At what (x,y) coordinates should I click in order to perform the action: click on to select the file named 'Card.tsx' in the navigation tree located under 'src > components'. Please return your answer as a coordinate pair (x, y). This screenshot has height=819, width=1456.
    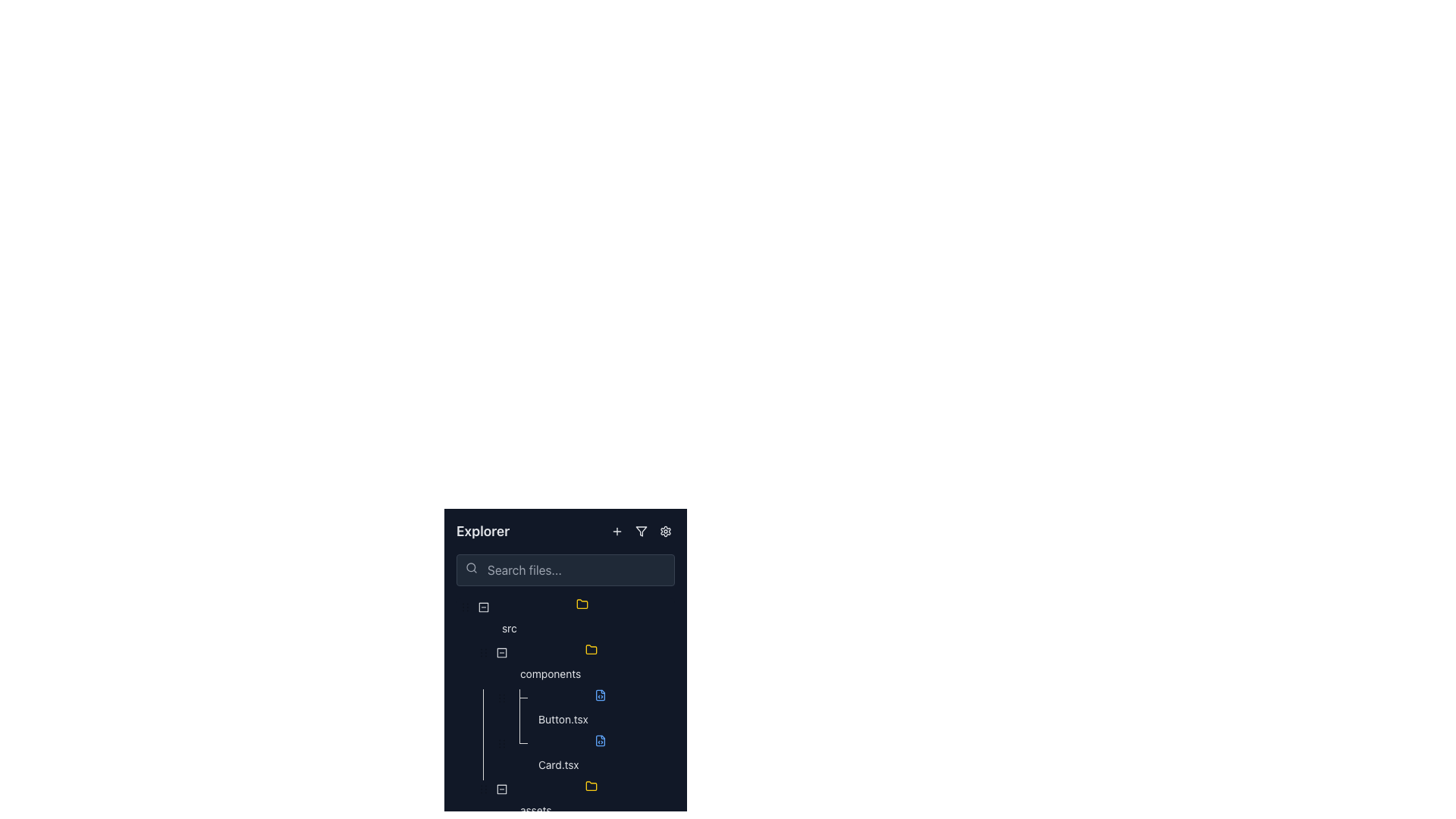
    Looking at the image, I should click on (603, 755).